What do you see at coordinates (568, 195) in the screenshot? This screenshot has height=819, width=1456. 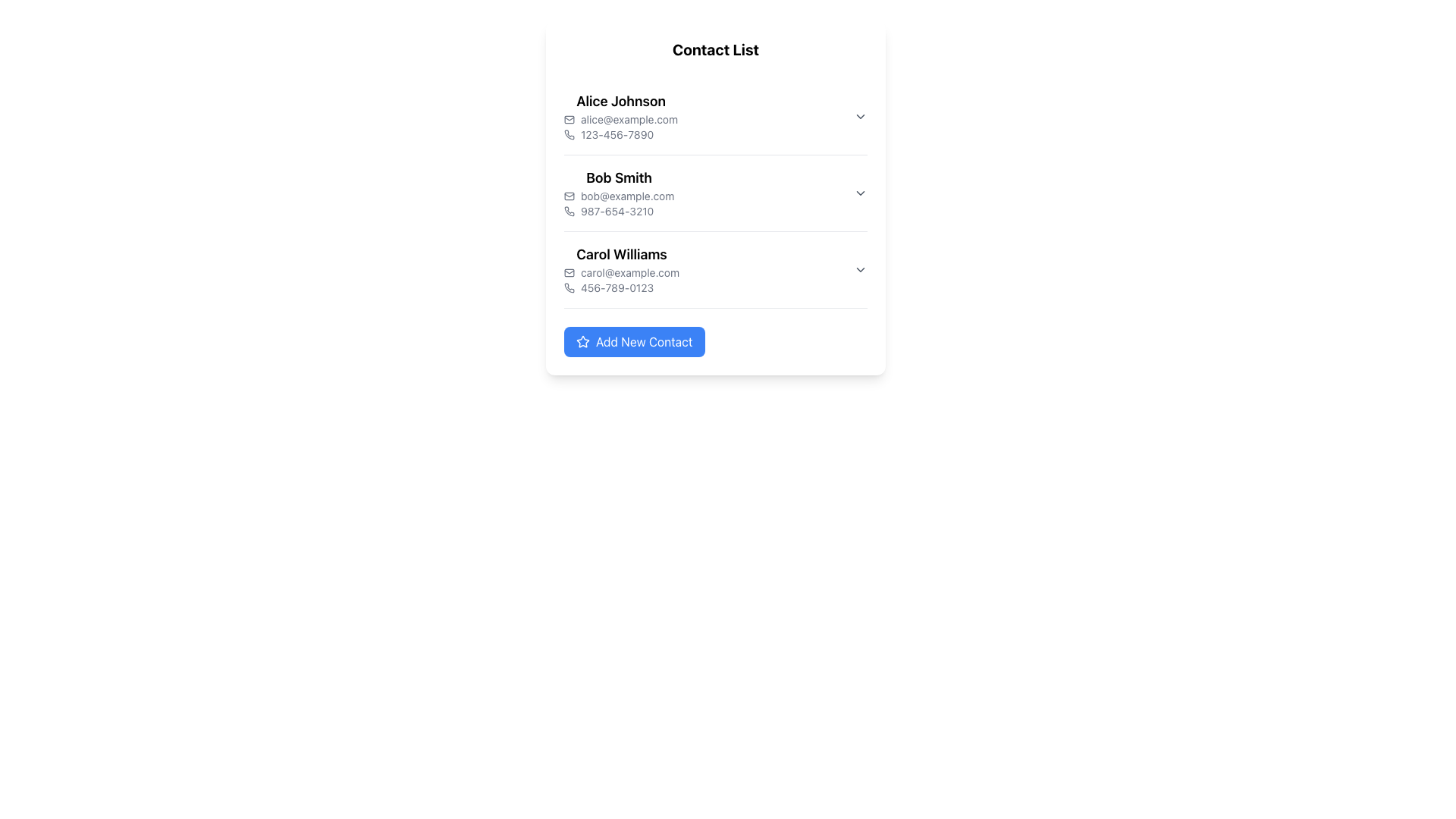 I see `the rectangular icon element representing the email icon associated with the contact 'Bob Smith' in the contact list` at bounding box center [568, 195].